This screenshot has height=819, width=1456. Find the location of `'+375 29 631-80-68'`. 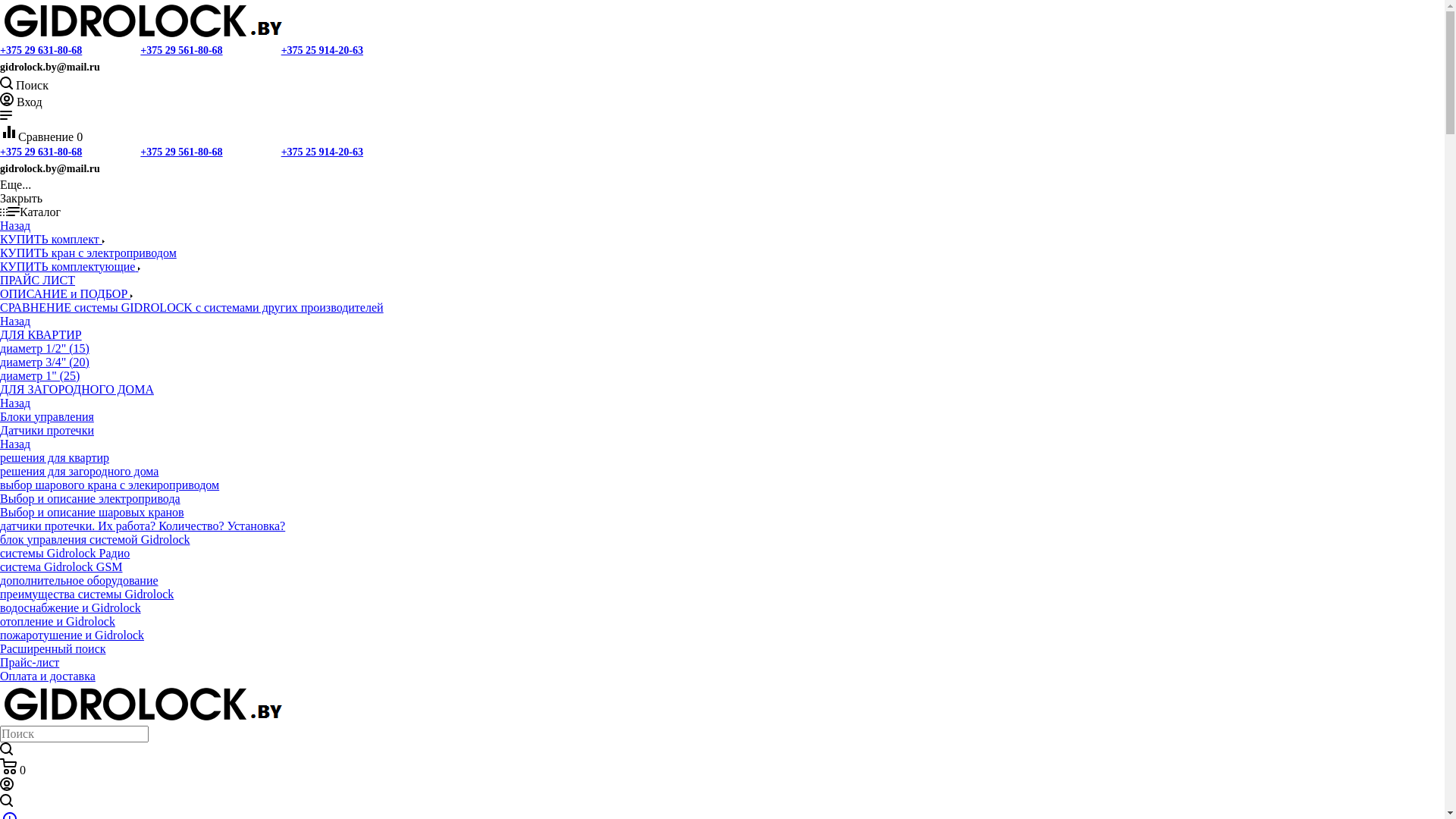

'+375 29 631-80-68' is located at coordinates (40, 152).